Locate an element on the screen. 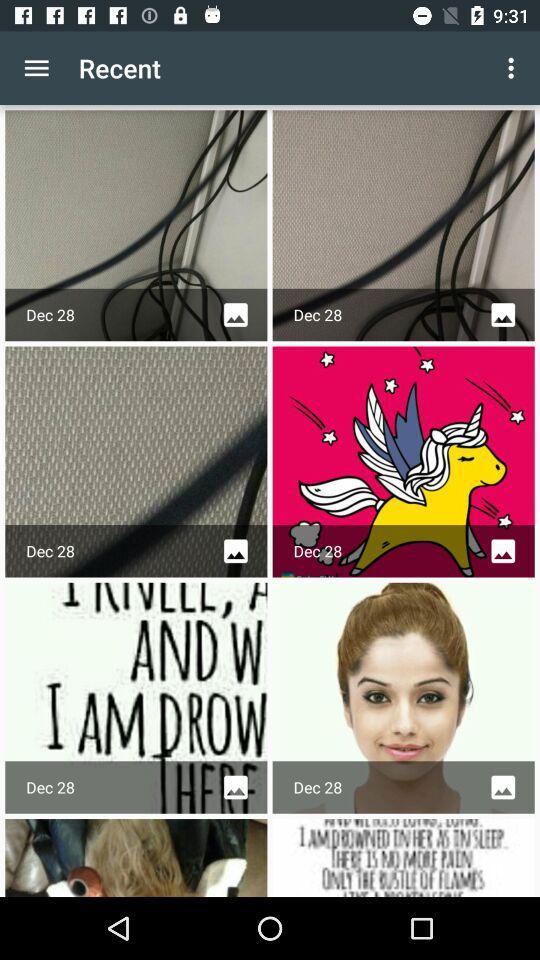 This screenshot has width=540, height=960. icon to the left of the recent icon is located at coordinates (36, 68).